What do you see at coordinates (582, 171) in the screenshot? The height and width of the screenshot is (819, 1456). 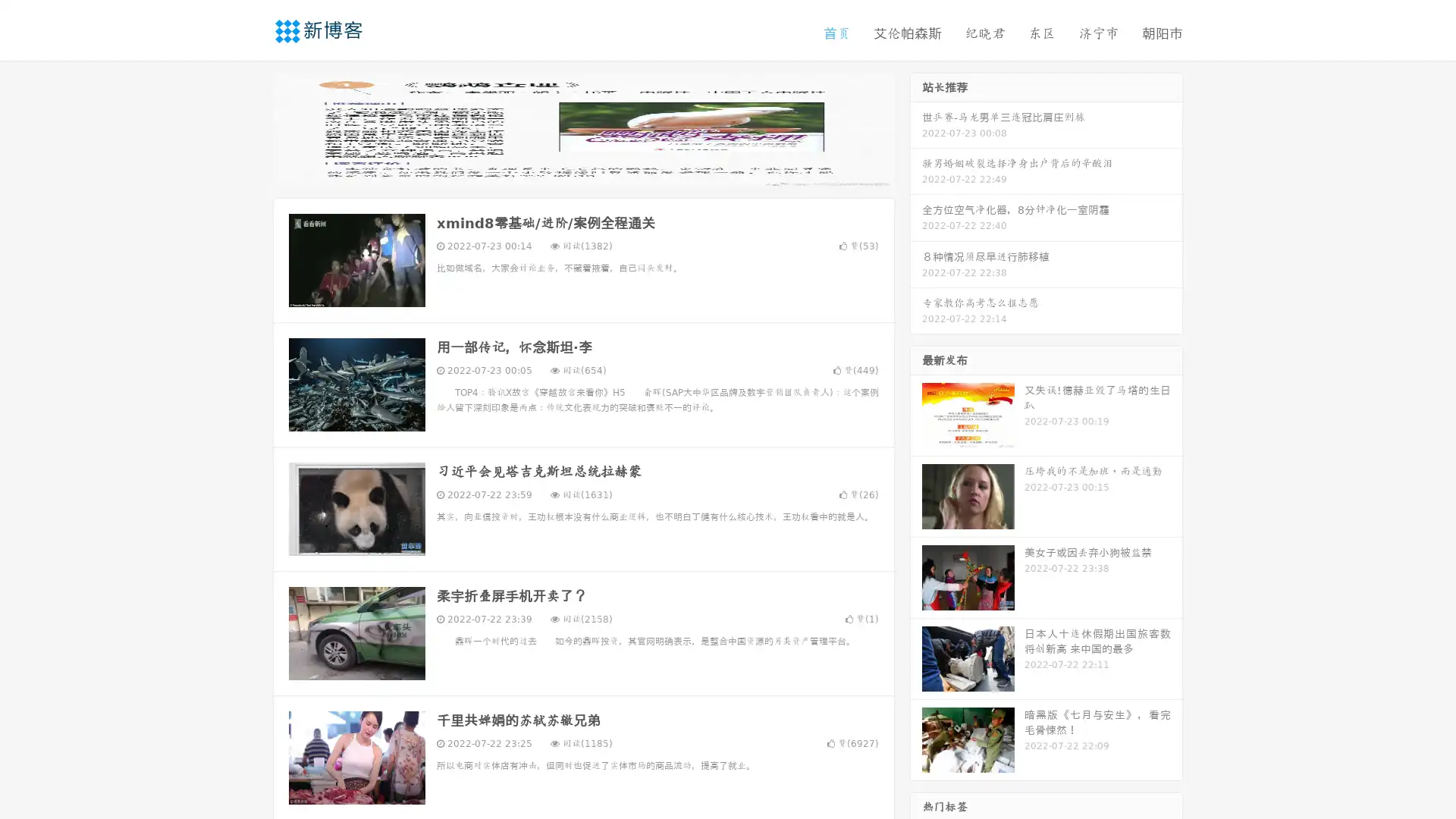 I see `Go to slide 2` at bounding box center [582, 171].